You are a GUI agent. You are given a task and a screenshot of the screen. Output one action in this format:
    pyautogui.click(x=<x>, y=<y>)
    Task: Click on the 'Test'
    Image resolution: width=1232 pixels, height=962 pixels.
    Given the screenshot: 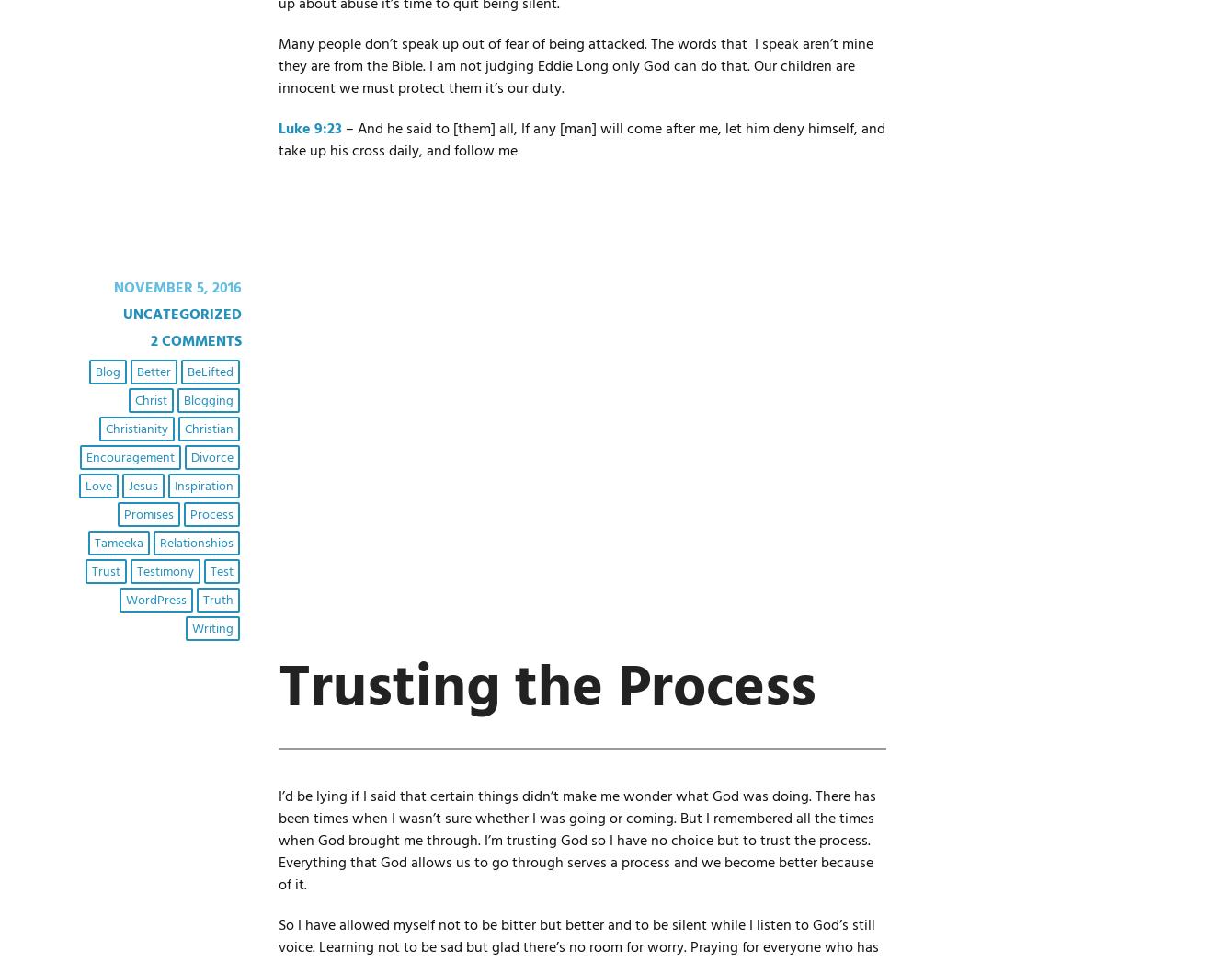 What is the action you would take?
    pyautogui.click(x=220, y=571)
    